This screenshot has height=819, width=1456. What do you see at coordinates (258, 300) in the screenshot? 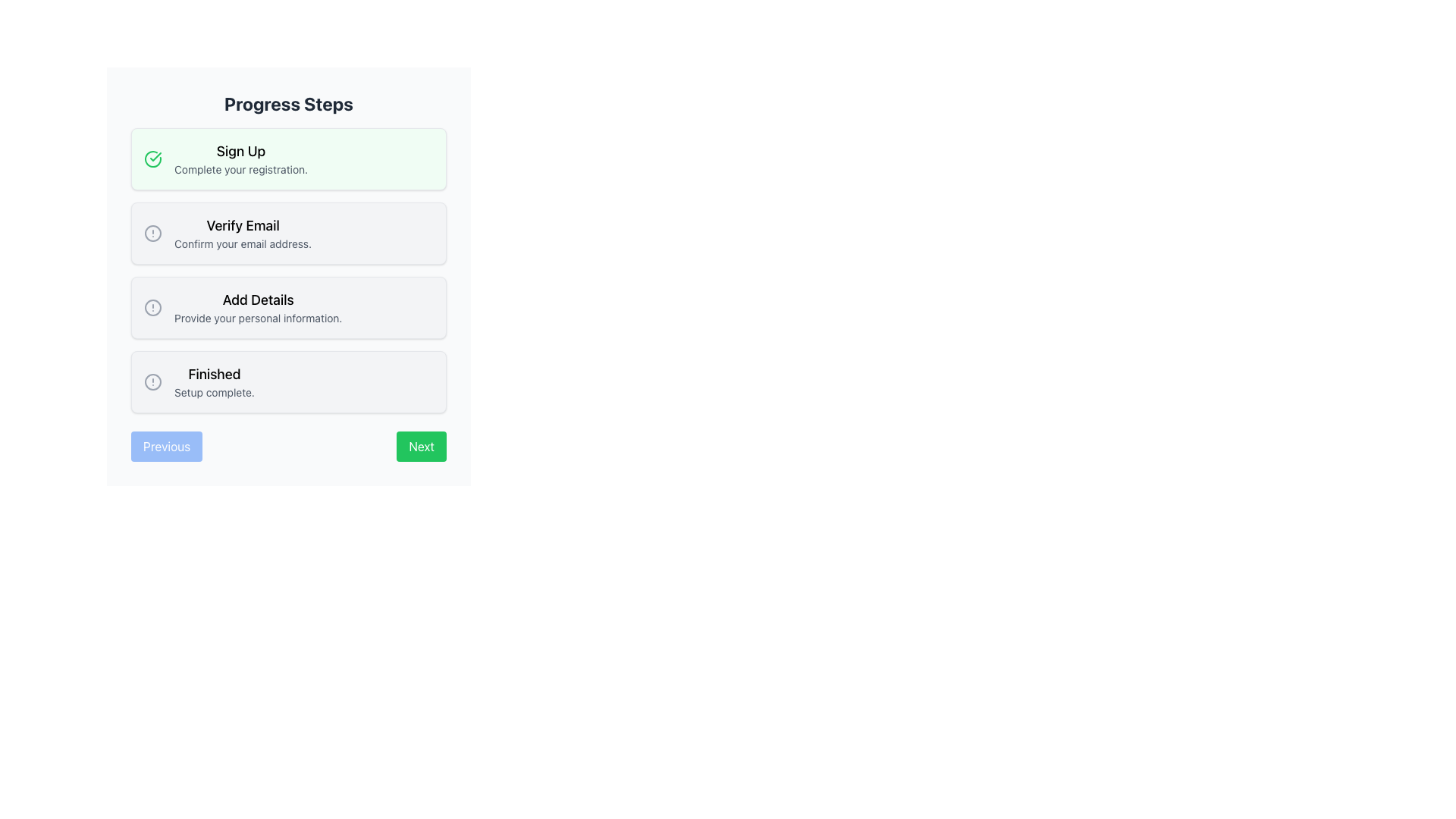
I see `the title text 'Add Details' of the third step in the step indicator interface, which is visually bold and larger than the descriptive text below it` at bounding box center [258, 300].